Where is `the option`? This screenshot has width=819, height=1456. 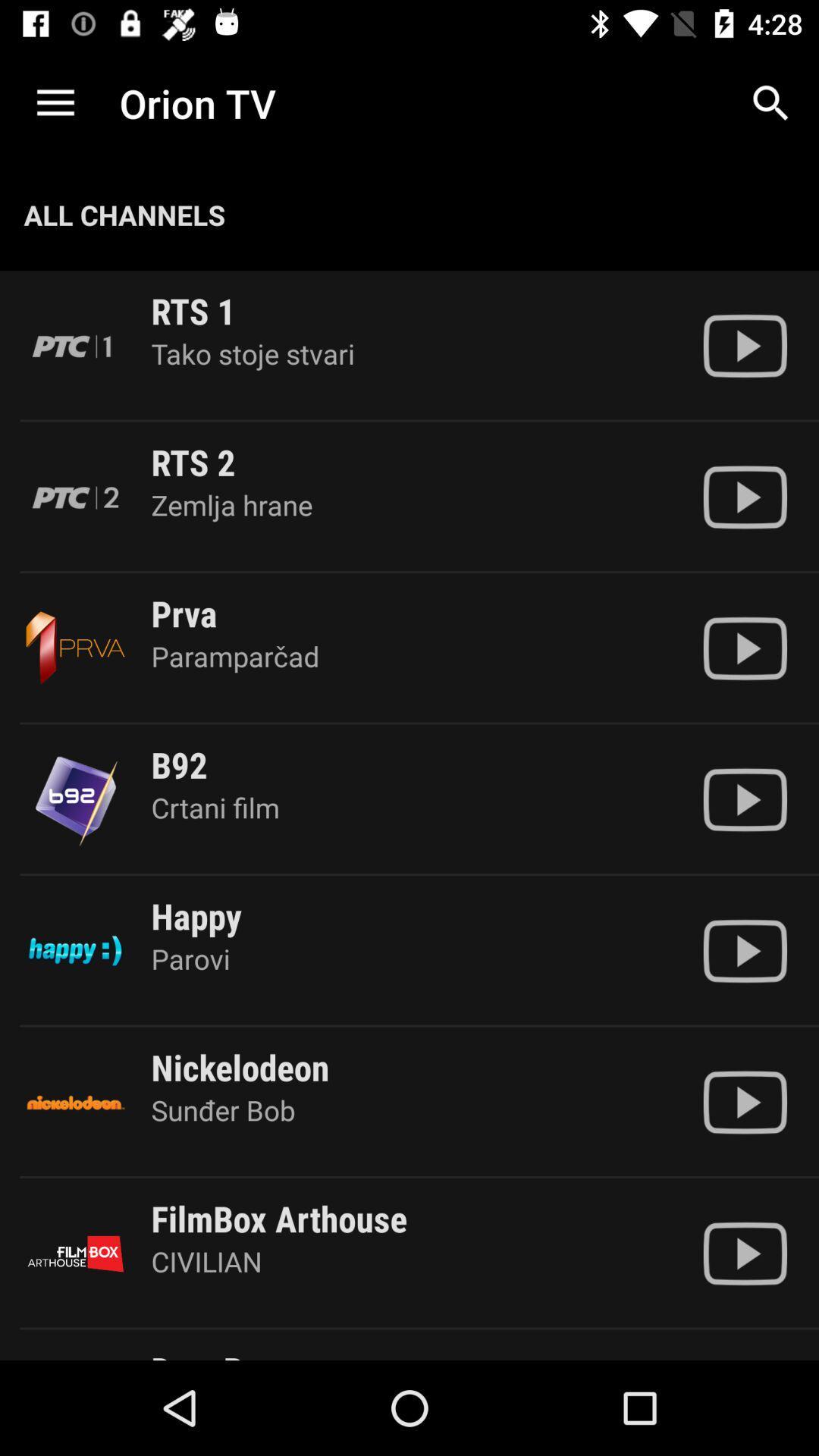 the option is located at coordinates (744, 1102).